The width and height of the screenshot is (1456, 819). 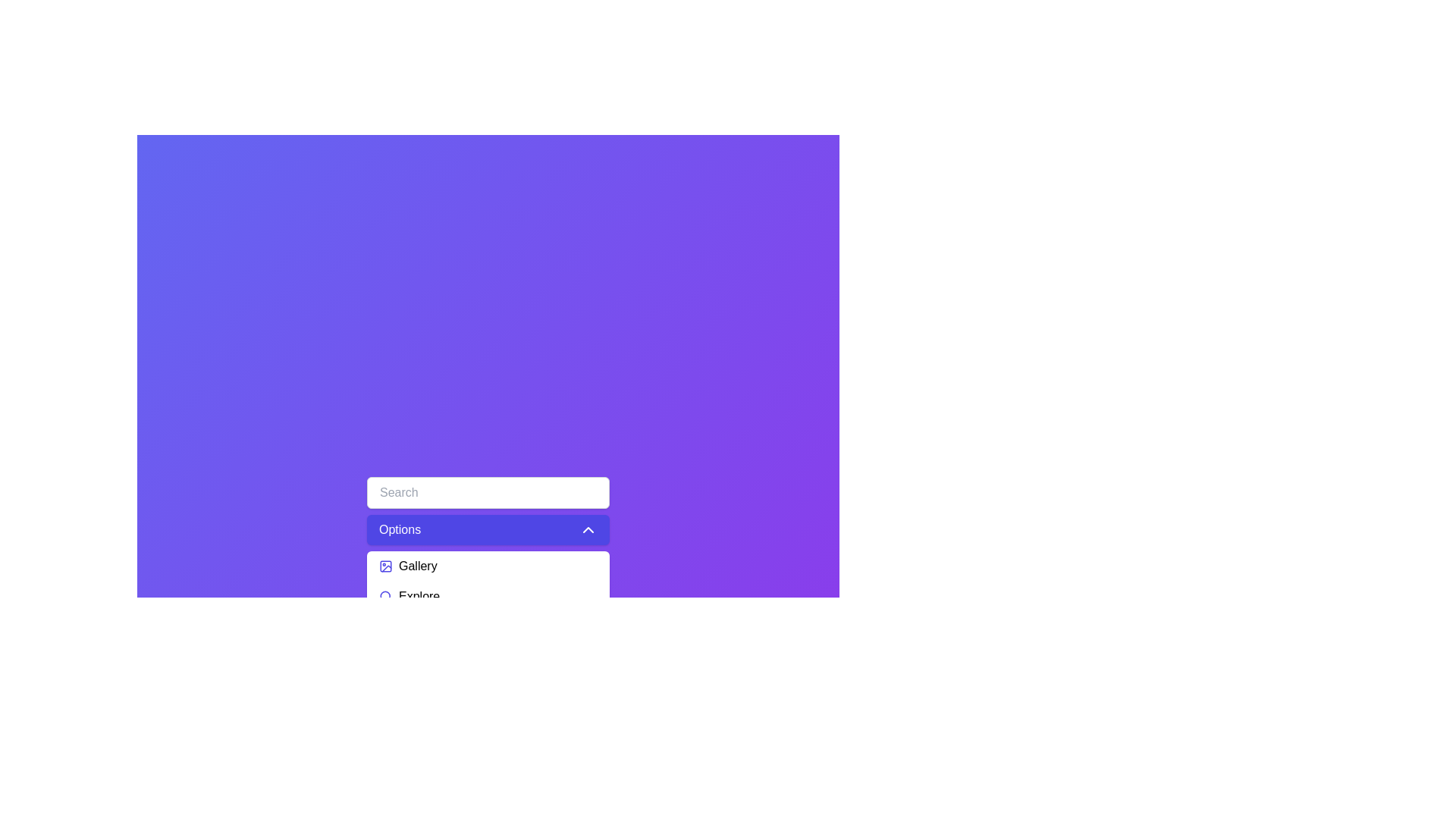 I want to click on the menu header to toggle the visibility of the menu options, so click(x=488, y=529).